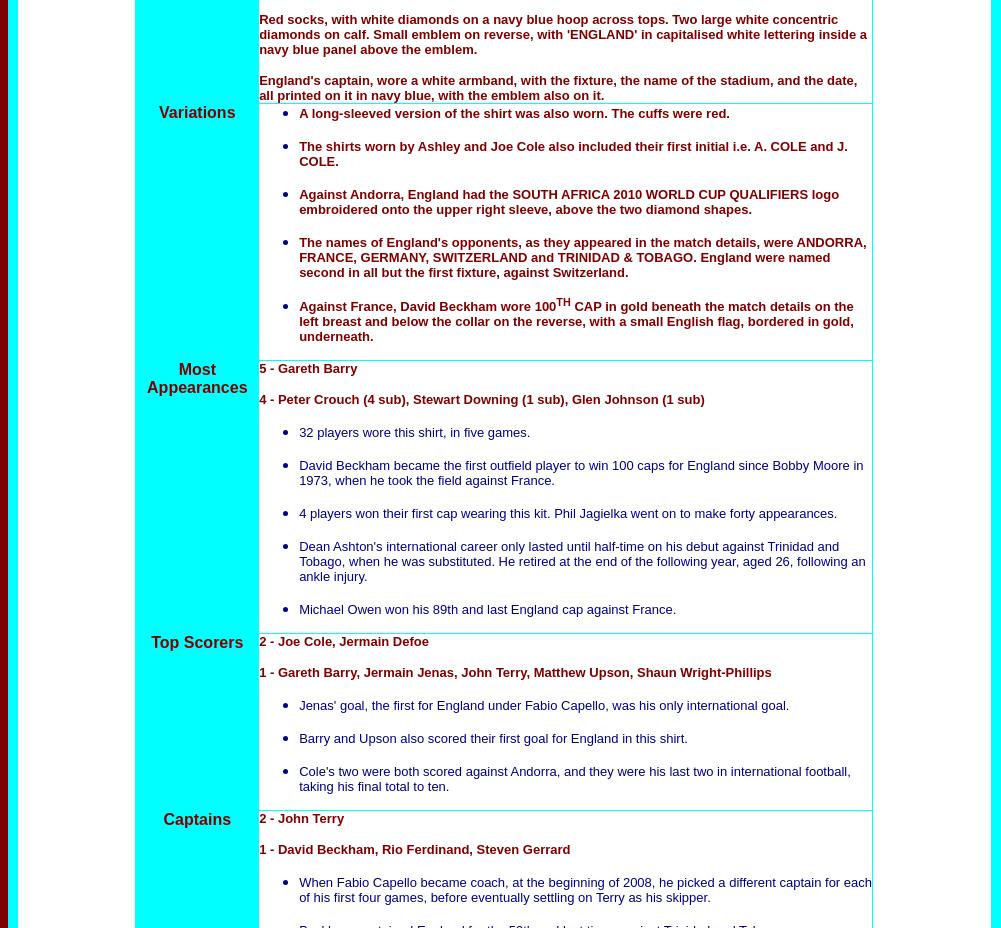 This screenshot has height=928, width=1001. I want to click on 'CAP in gold beneath the match 
		details on the left breast and below the collar on the reverse, with a 
		small English flag, bordered in gold, underneath.', so click(575, 320).